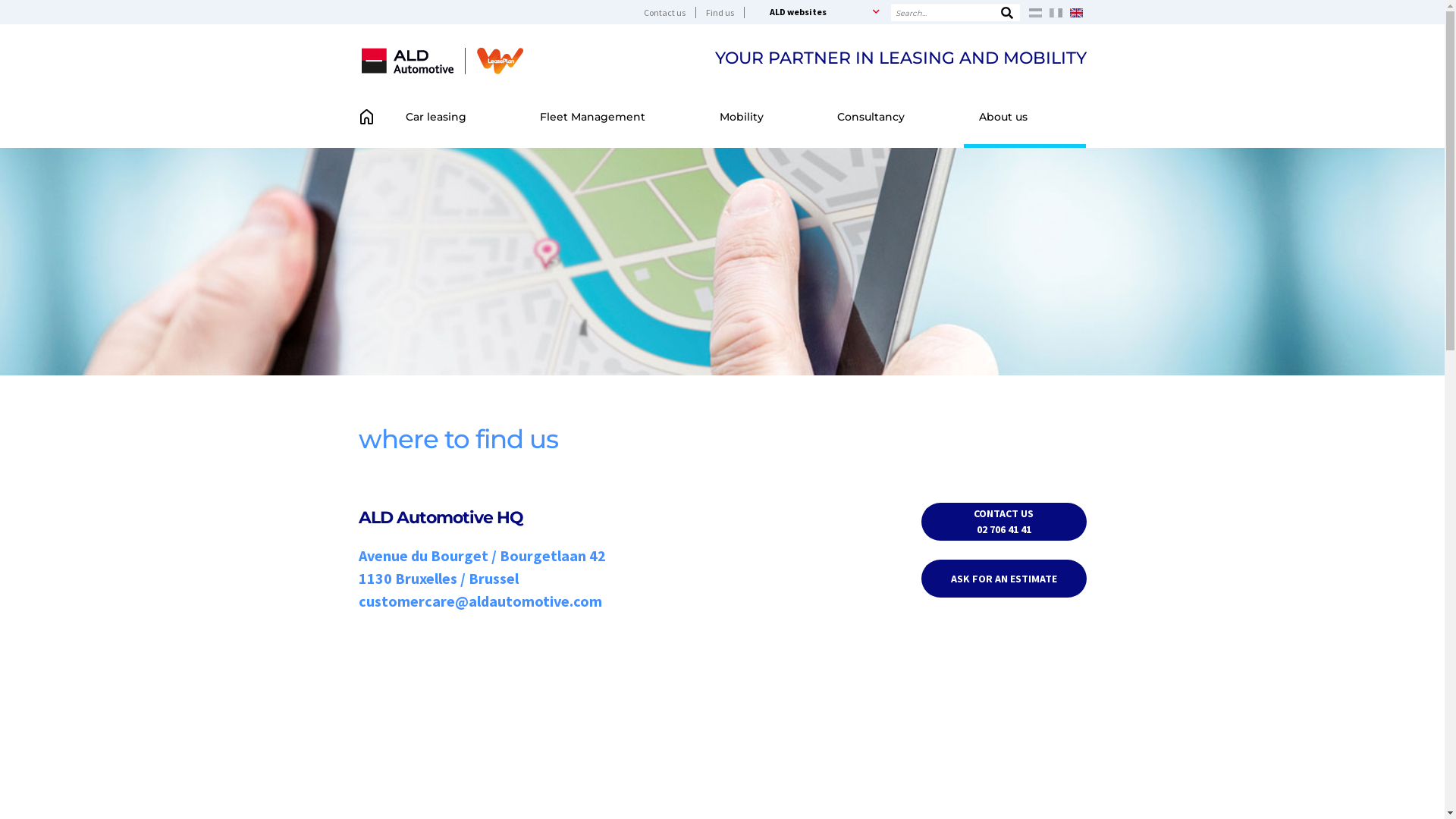 This screenshot has width=1456, height=819. What do you see at coordinates (893, 116) in the screenshot?
I see `'Consultancy'` at bounding box center [893, 116].